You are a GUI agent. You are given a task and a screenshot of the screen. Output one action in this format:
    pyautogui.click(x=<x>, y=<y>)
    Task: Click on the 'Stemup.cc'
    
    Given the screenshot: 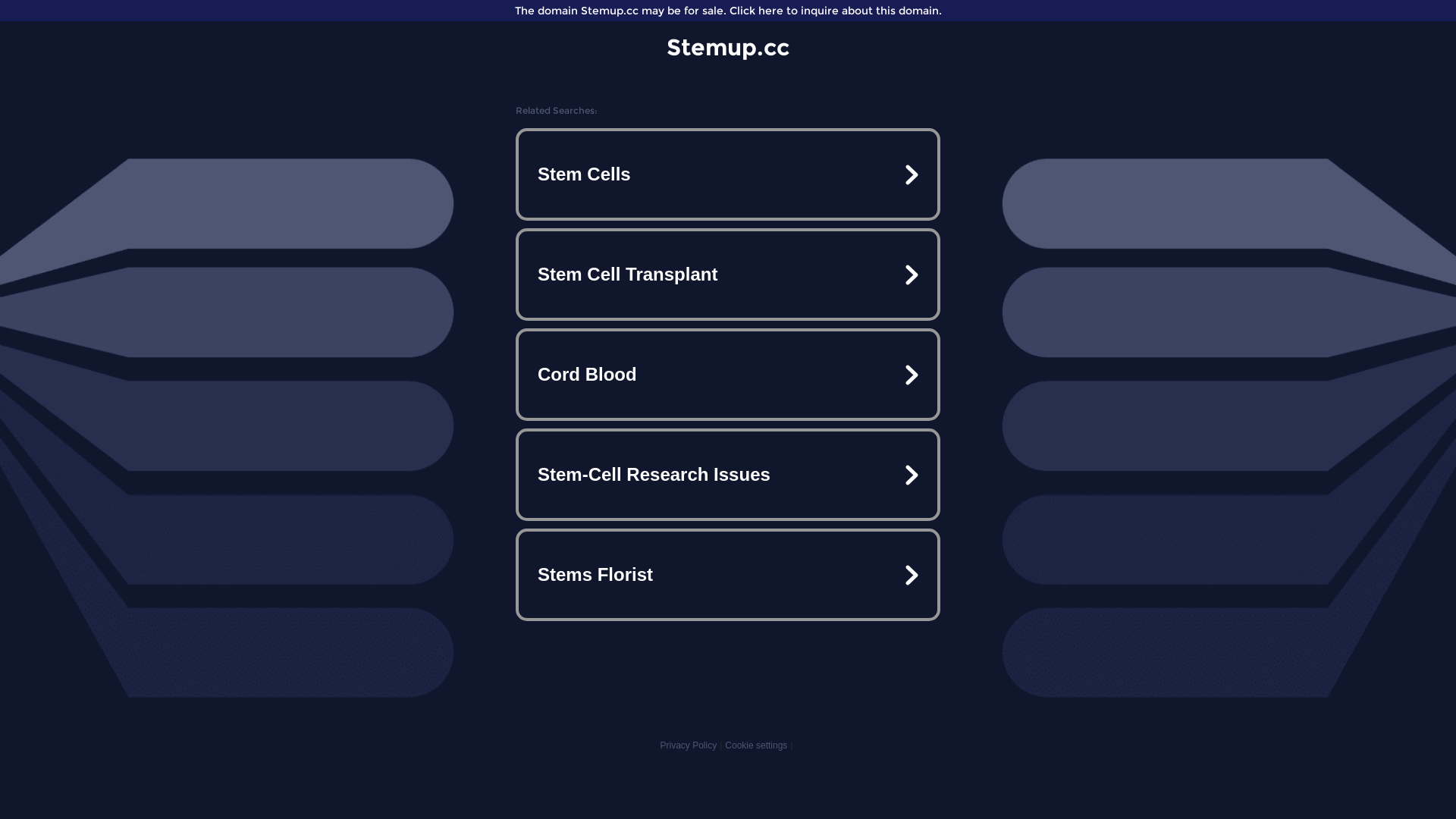 What is the action you would take?
    pyautogui.click(x=728, y=46)
    